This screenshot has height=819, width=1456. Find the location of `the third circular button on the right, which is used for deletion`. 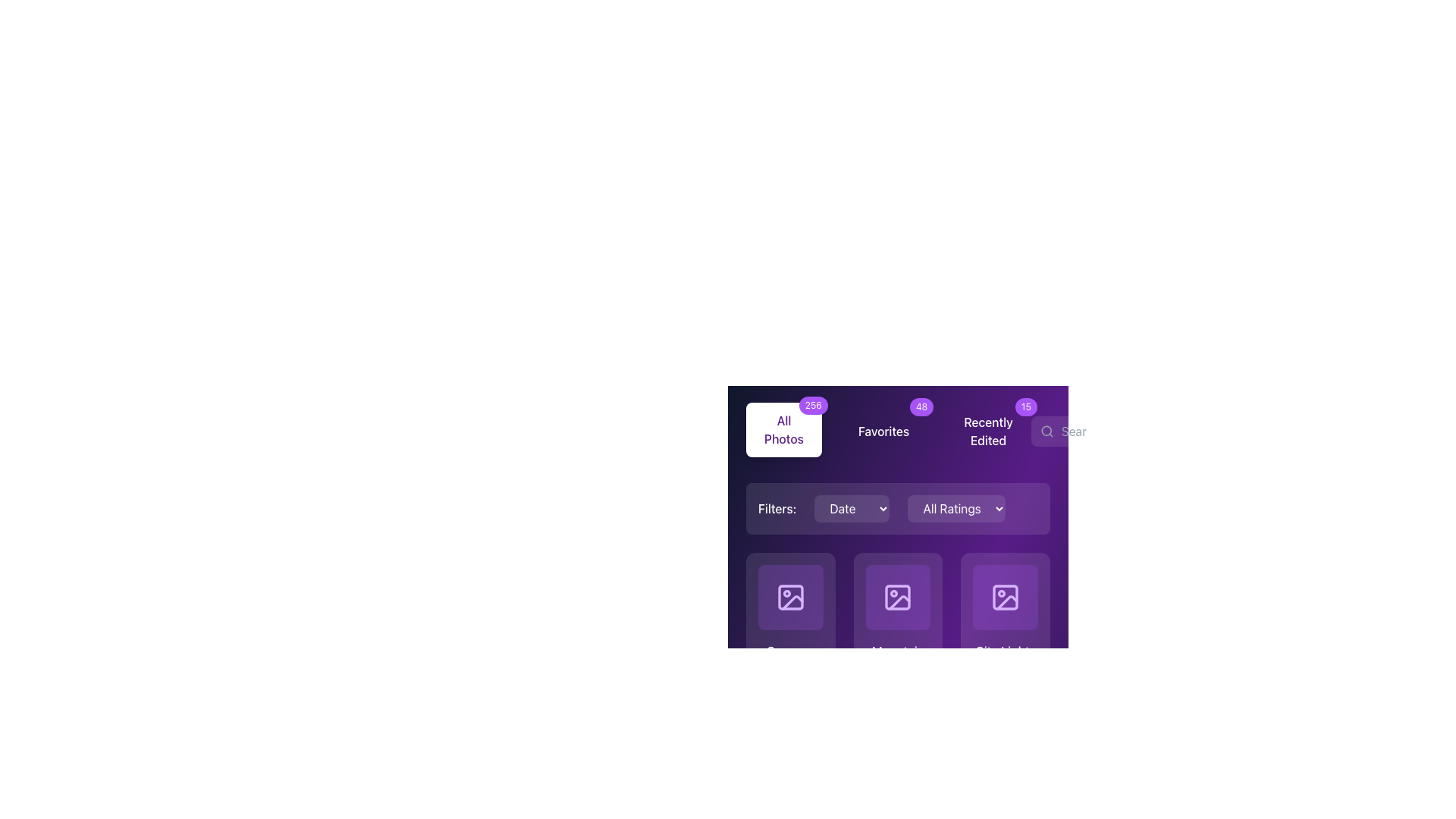

the third circular button on the right, which is used for deletion is located at coordinates (829, 638).